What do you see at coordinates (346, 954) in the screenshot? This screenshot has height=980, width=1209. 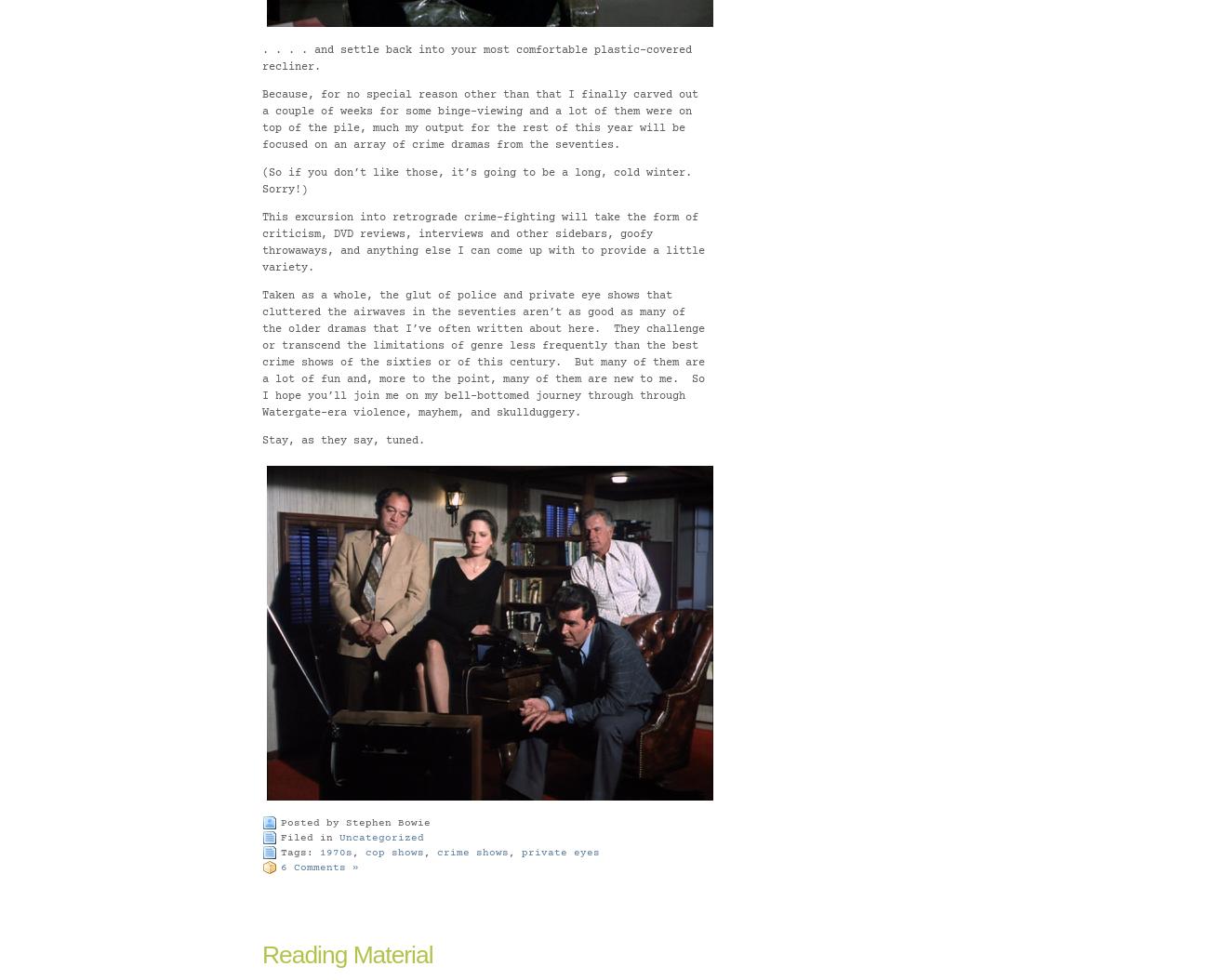 I see `'Reading Material'` at bounding box center [346, 954].